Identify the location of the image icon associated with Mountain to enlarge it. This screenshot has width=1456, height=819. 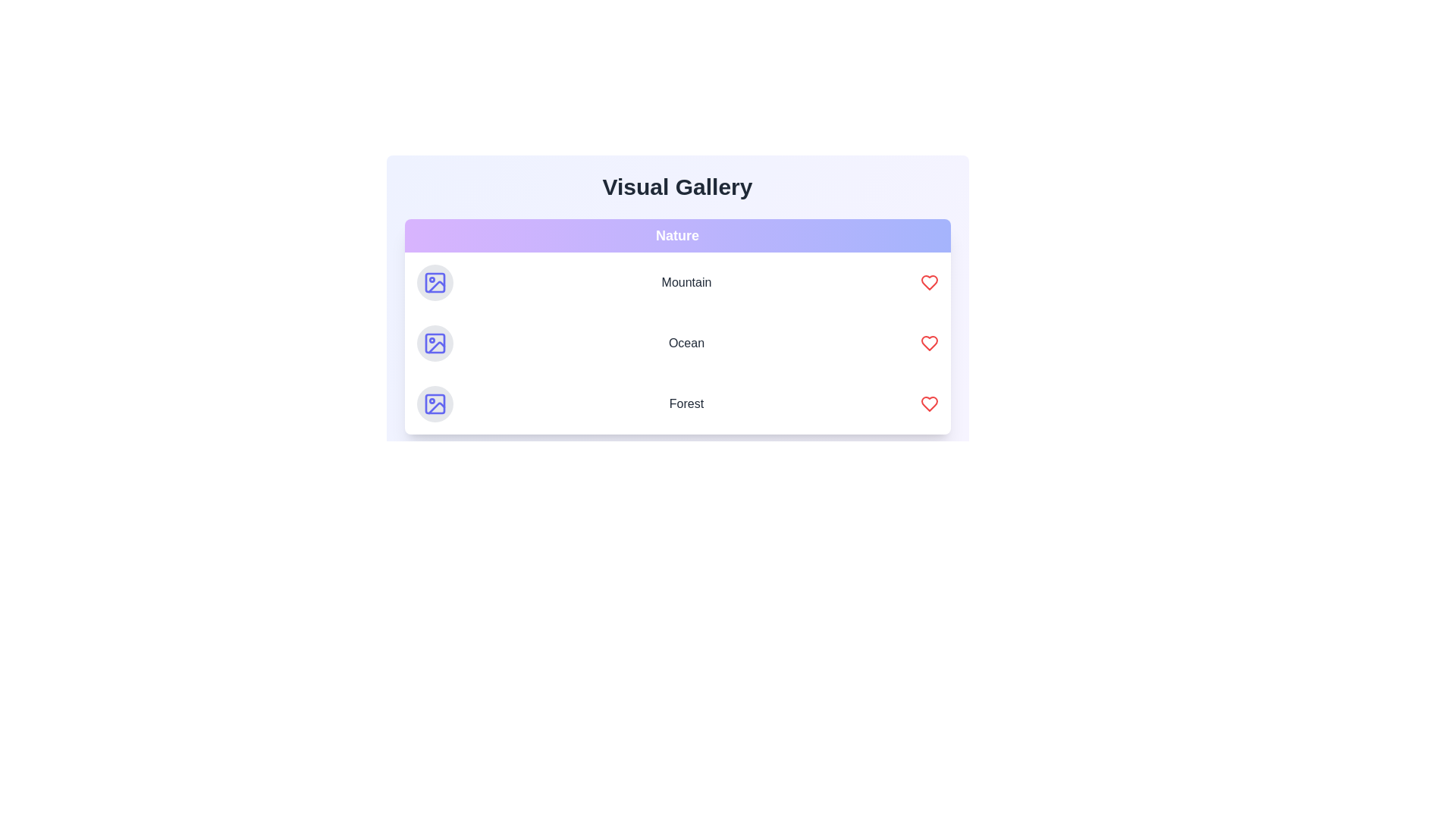
(434, 283).